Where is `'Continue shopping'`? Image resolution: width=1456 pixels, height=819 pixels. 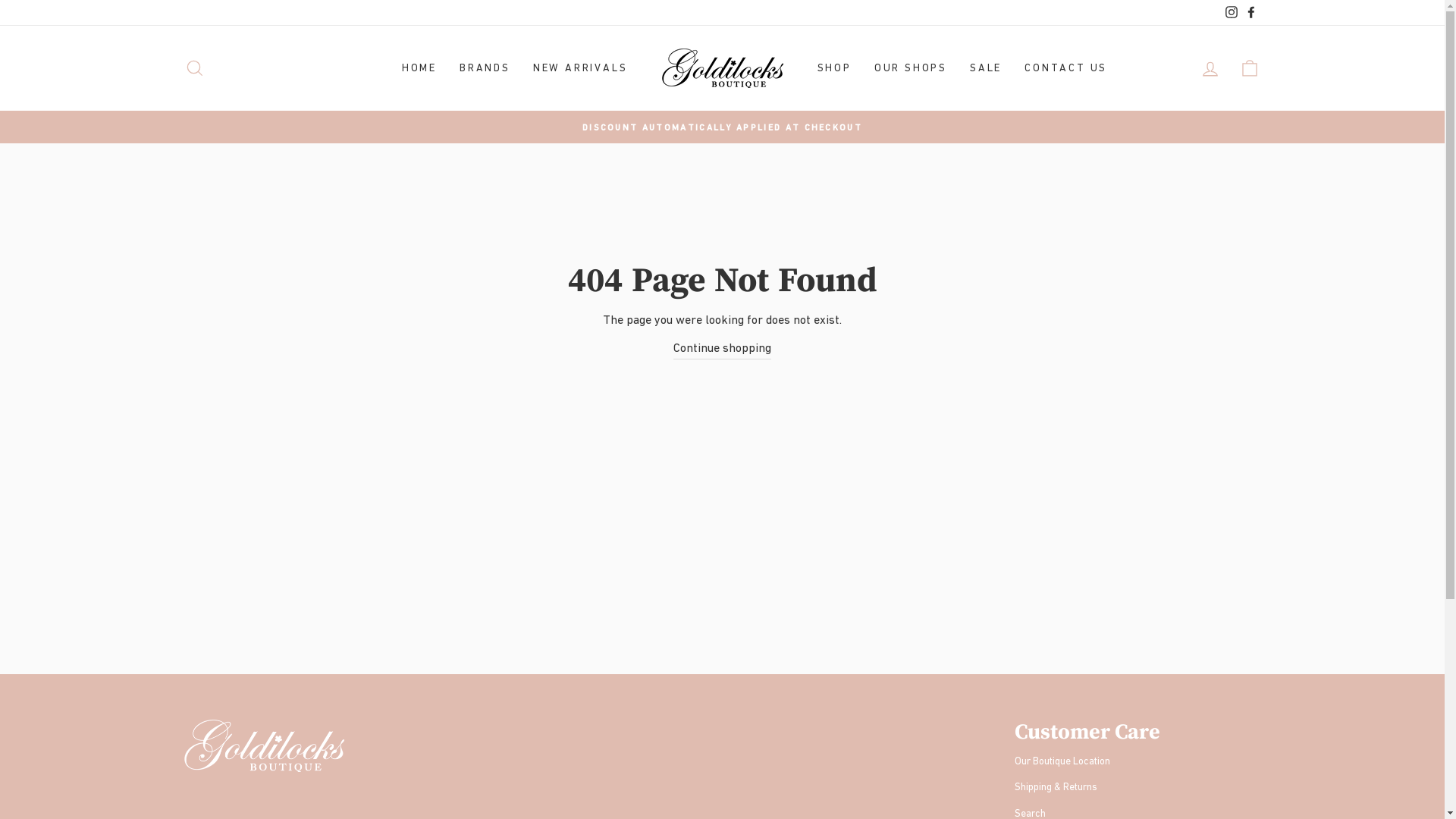 'Continue shopping' is located at coordinates (721, 348).